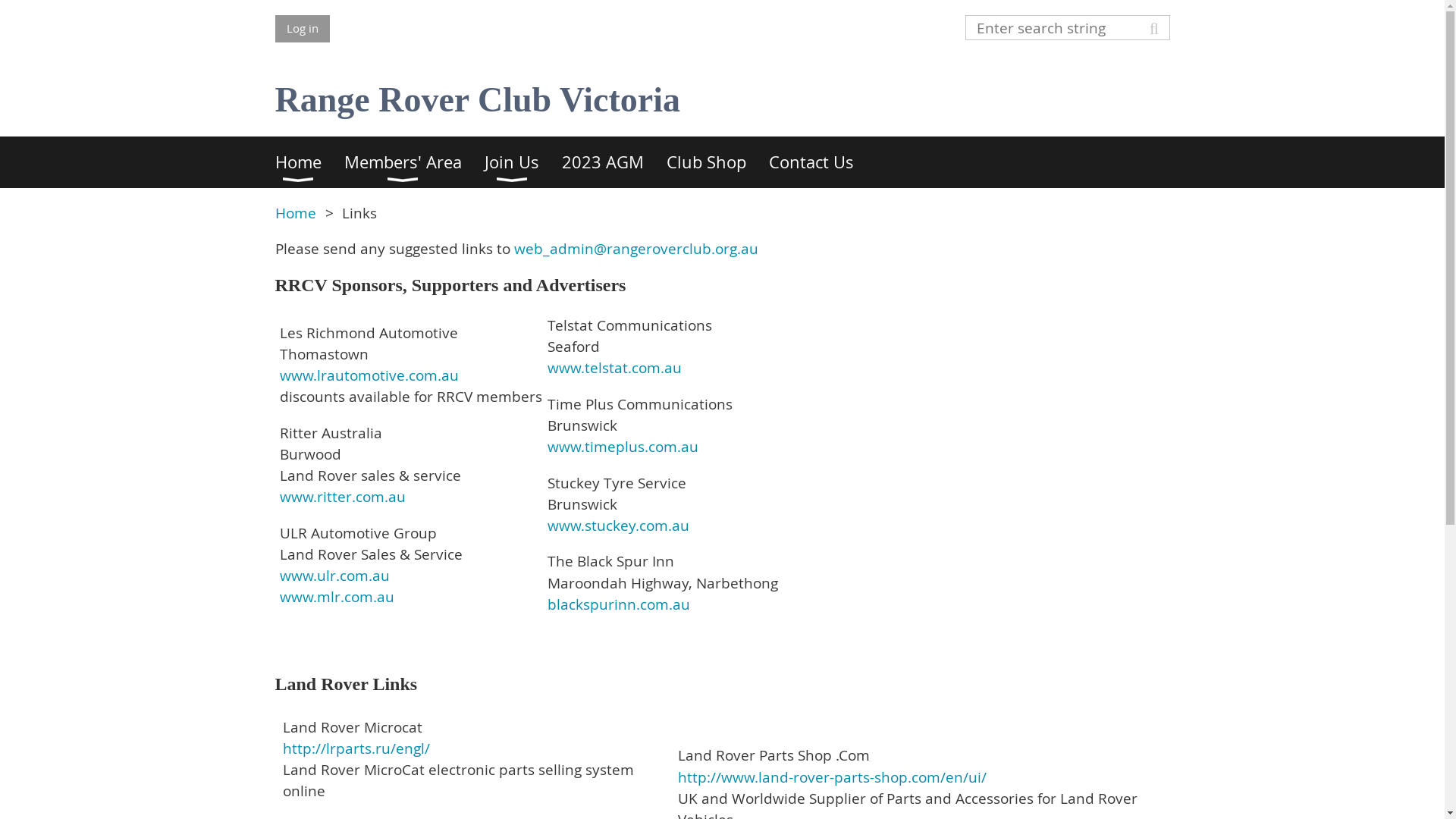 The height and width of the screenshot is (819, 1456). What do you see at coordinates (619, 604) in the screenshot?
I see `'blackspurinn.com.au'` at bounding box center [619, 604].